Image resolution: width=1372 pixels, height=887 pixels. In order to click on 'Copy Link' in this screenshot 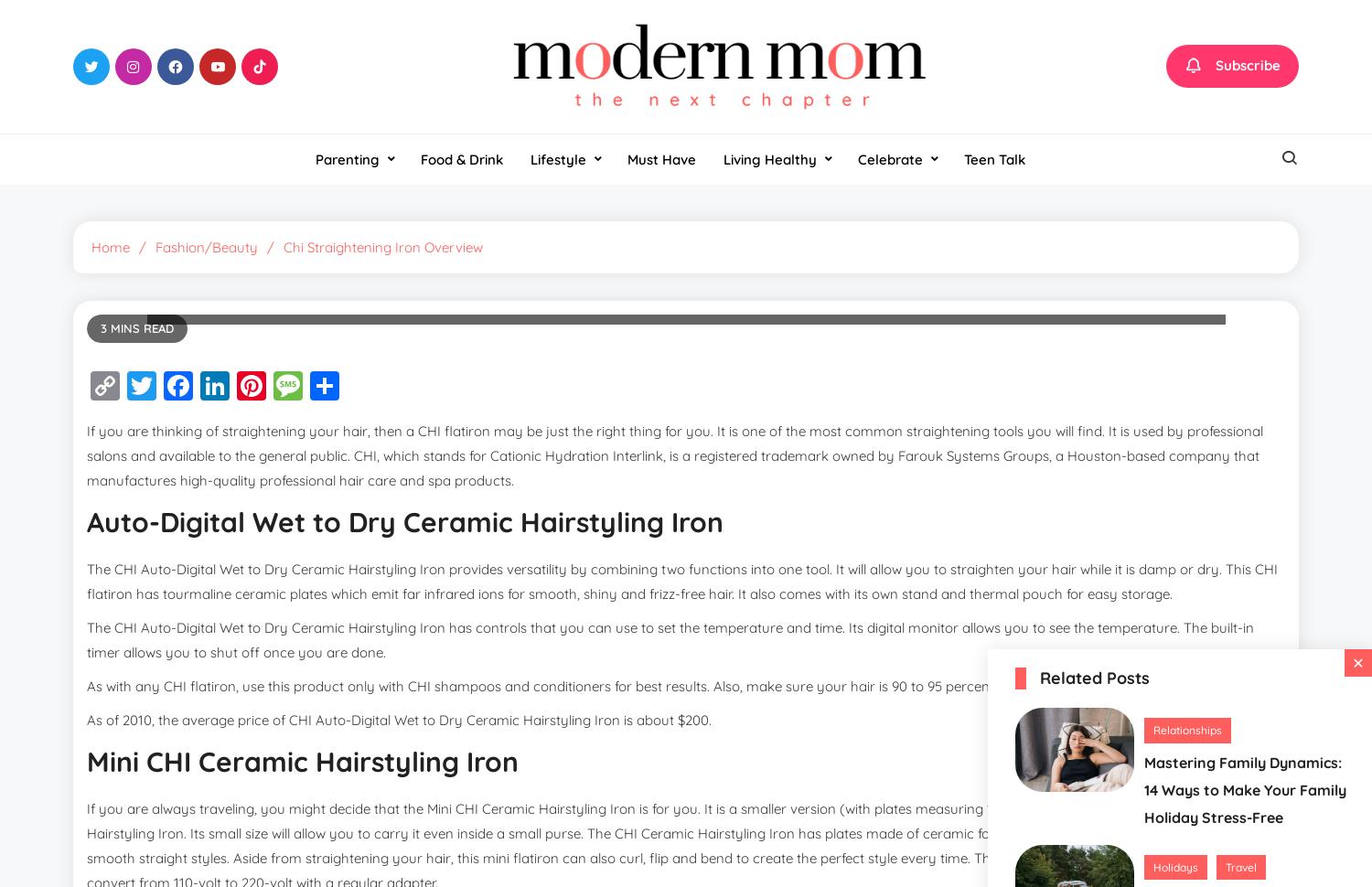, I will do `click(155, 399)`.